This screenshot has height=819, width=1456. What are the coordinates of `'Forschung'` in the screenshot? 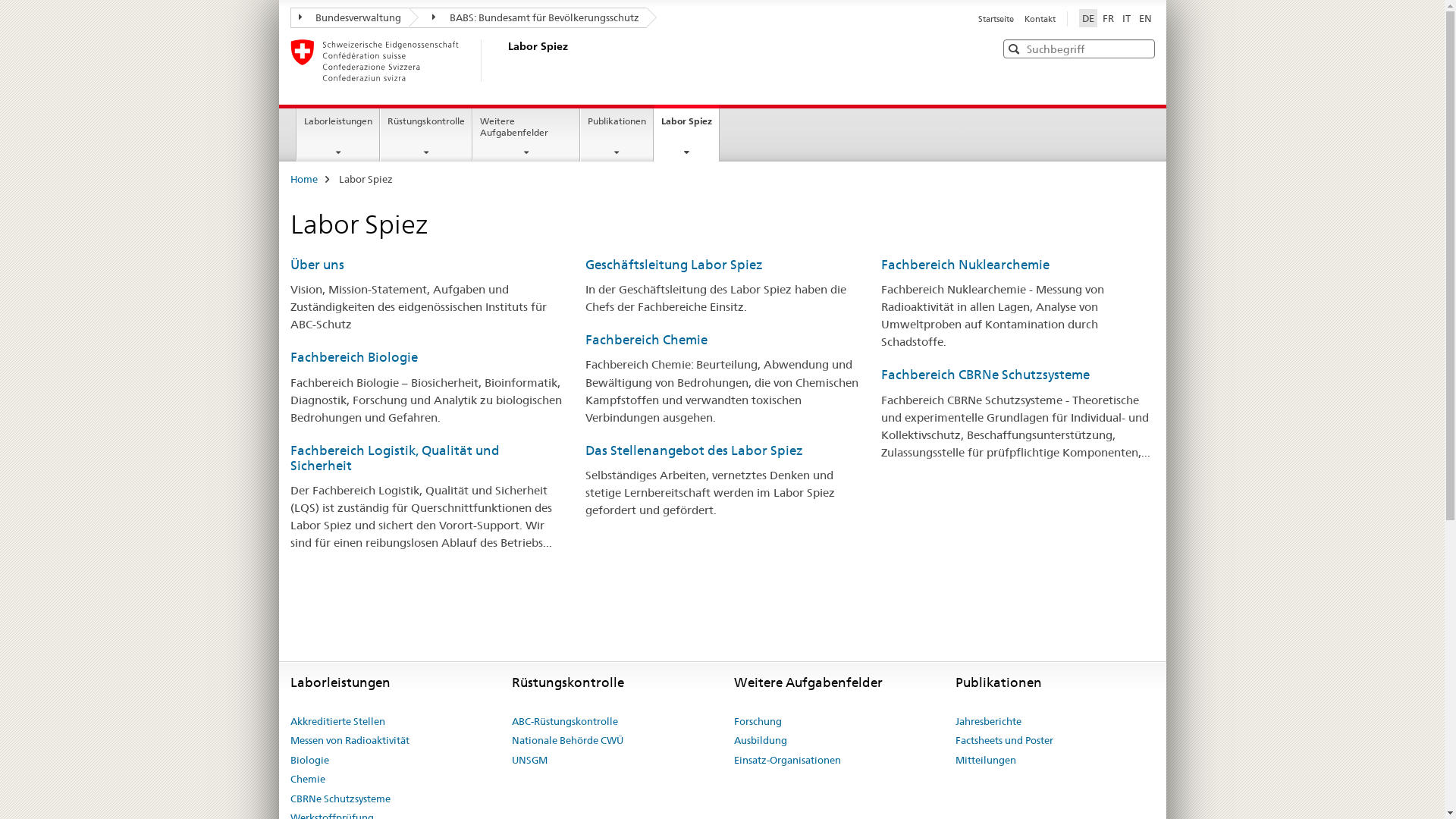 It's located at (758, 721).